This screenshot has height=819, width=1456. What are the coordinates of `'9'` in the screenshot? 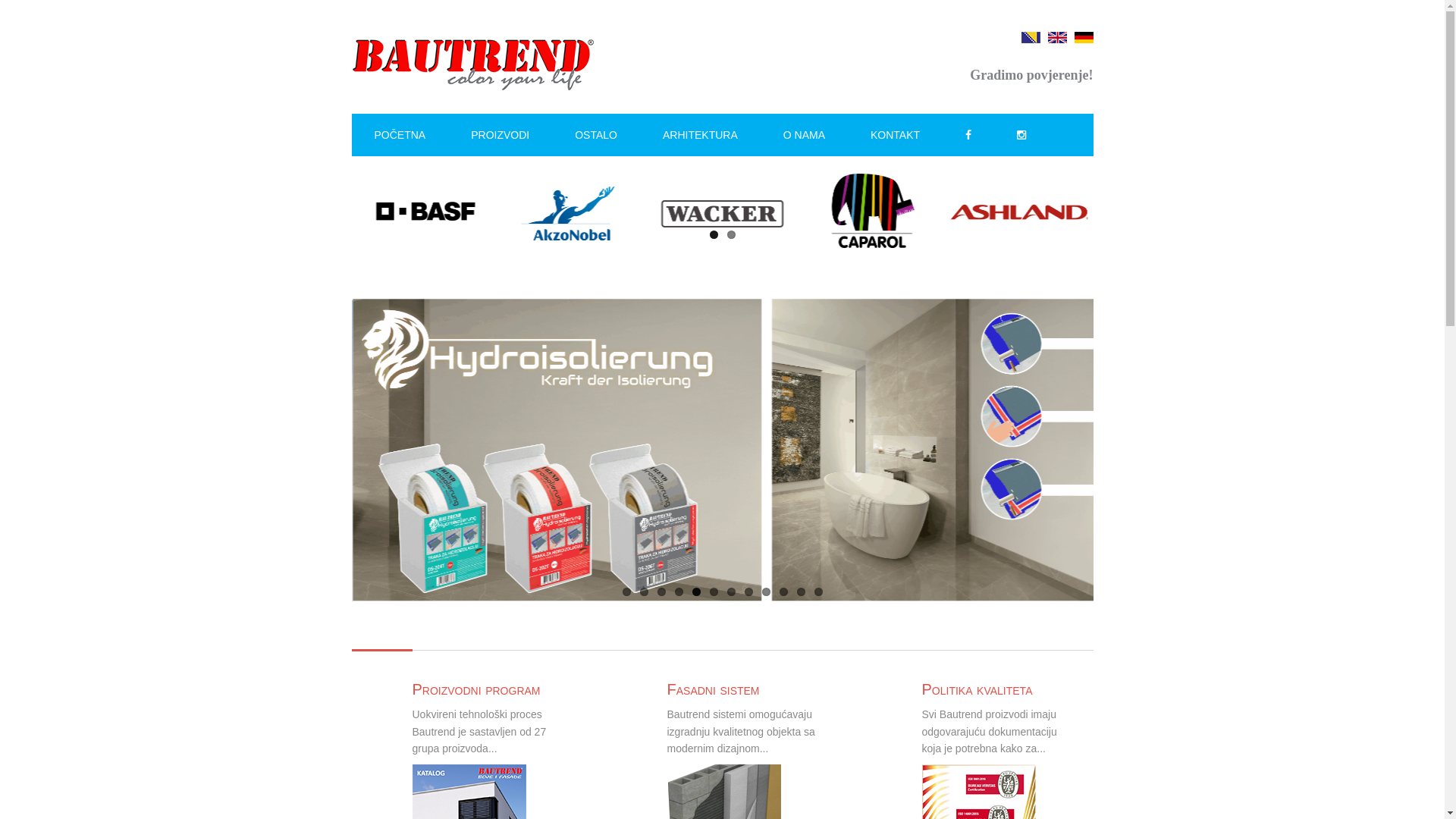 It's located at (765, 591).